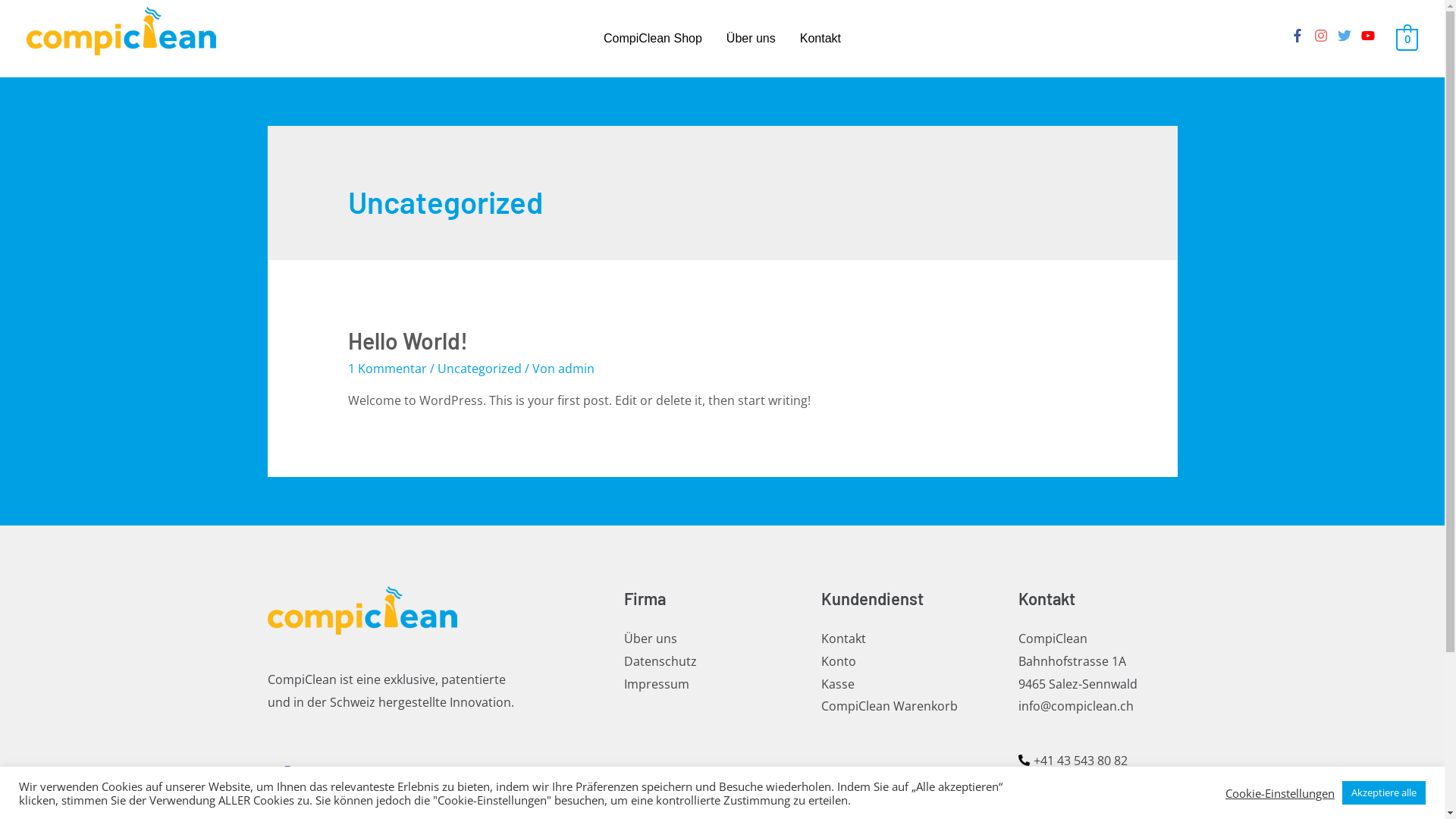 The image size is (1456, 819). What do you see at coordinates (836, 660) in the screenshot?
I see `'Konto'` at bounding box center [836, 660].